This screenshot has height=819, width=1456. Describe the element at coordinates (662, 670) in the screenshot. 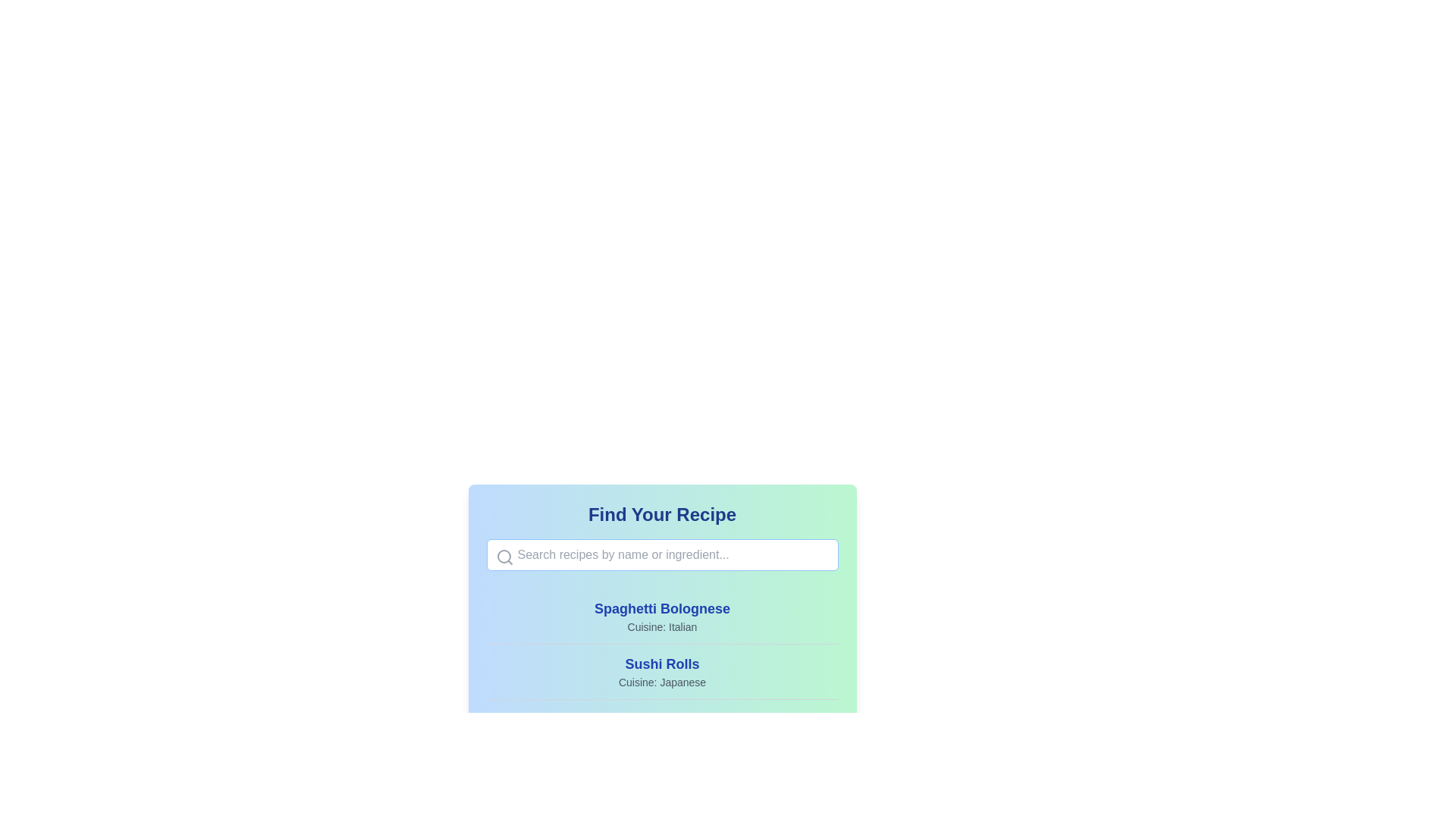

I see `the second clickable list item displaying 'Sushi Rolls' and 'Cuisine: Japanese'` at that location.